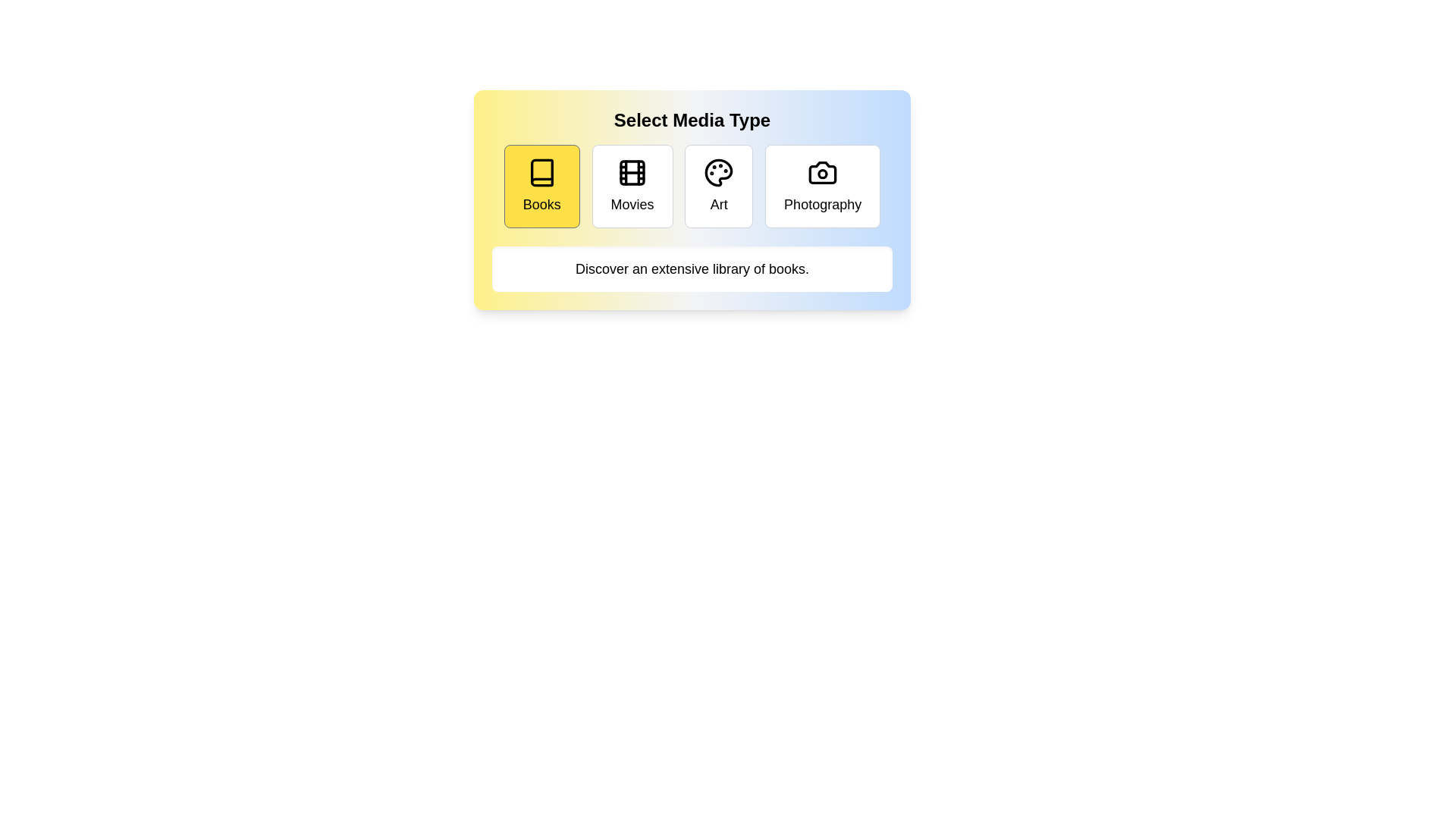 The height and width of the screenshot is (819, 1456). I want to click on the media type Art by clicking the corresponding button, so click(718, 186).